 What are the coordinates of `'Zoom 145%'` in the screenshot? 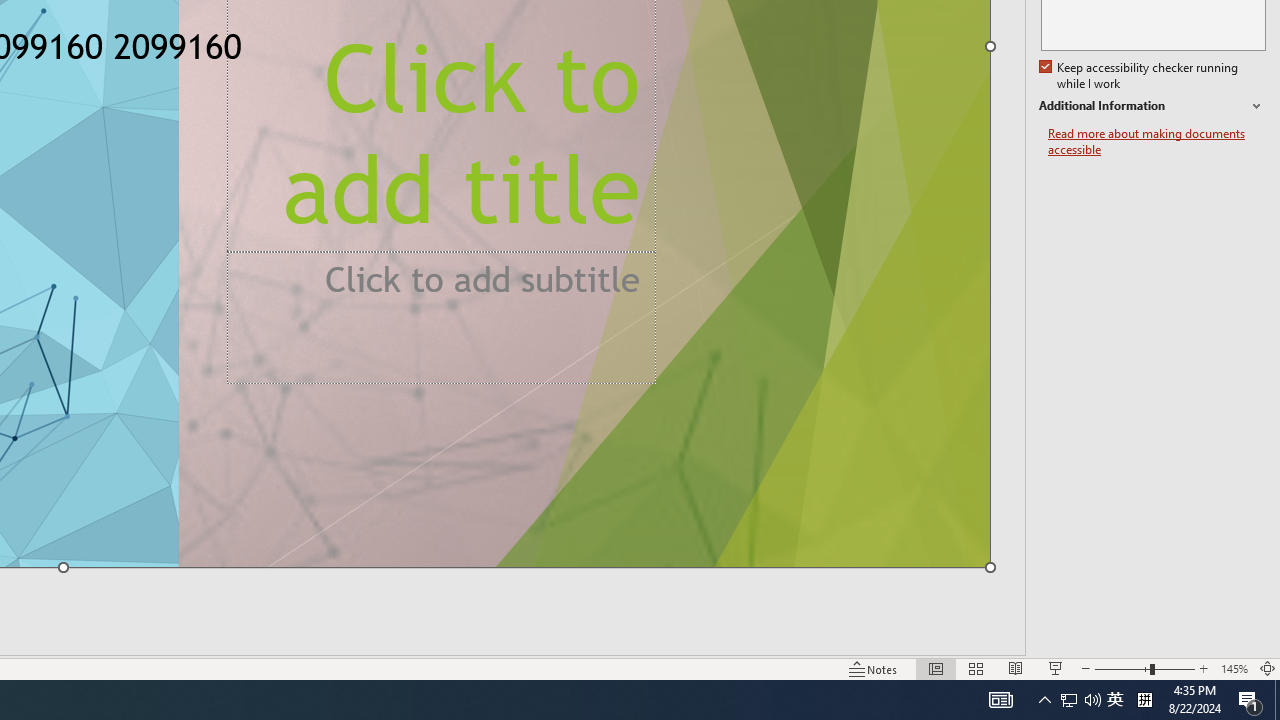 It's located at (1233, 669).